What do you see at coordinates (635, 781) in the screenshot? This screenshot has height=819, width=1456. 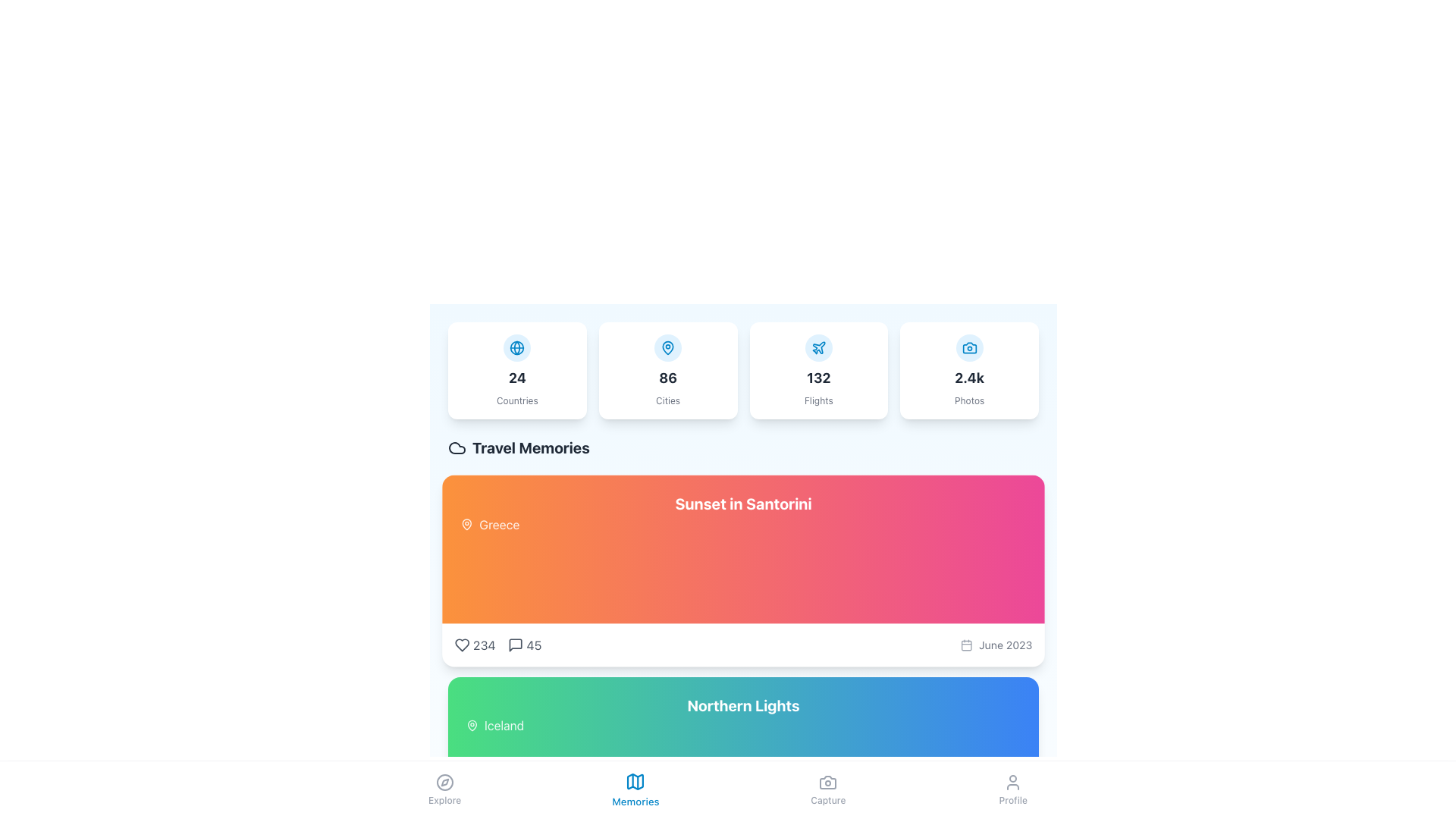 I see `the 'Memories' icon, which symbolizes a map and is located in the center of the bottom navigation bar of the application` at bounding box center [635, 781].